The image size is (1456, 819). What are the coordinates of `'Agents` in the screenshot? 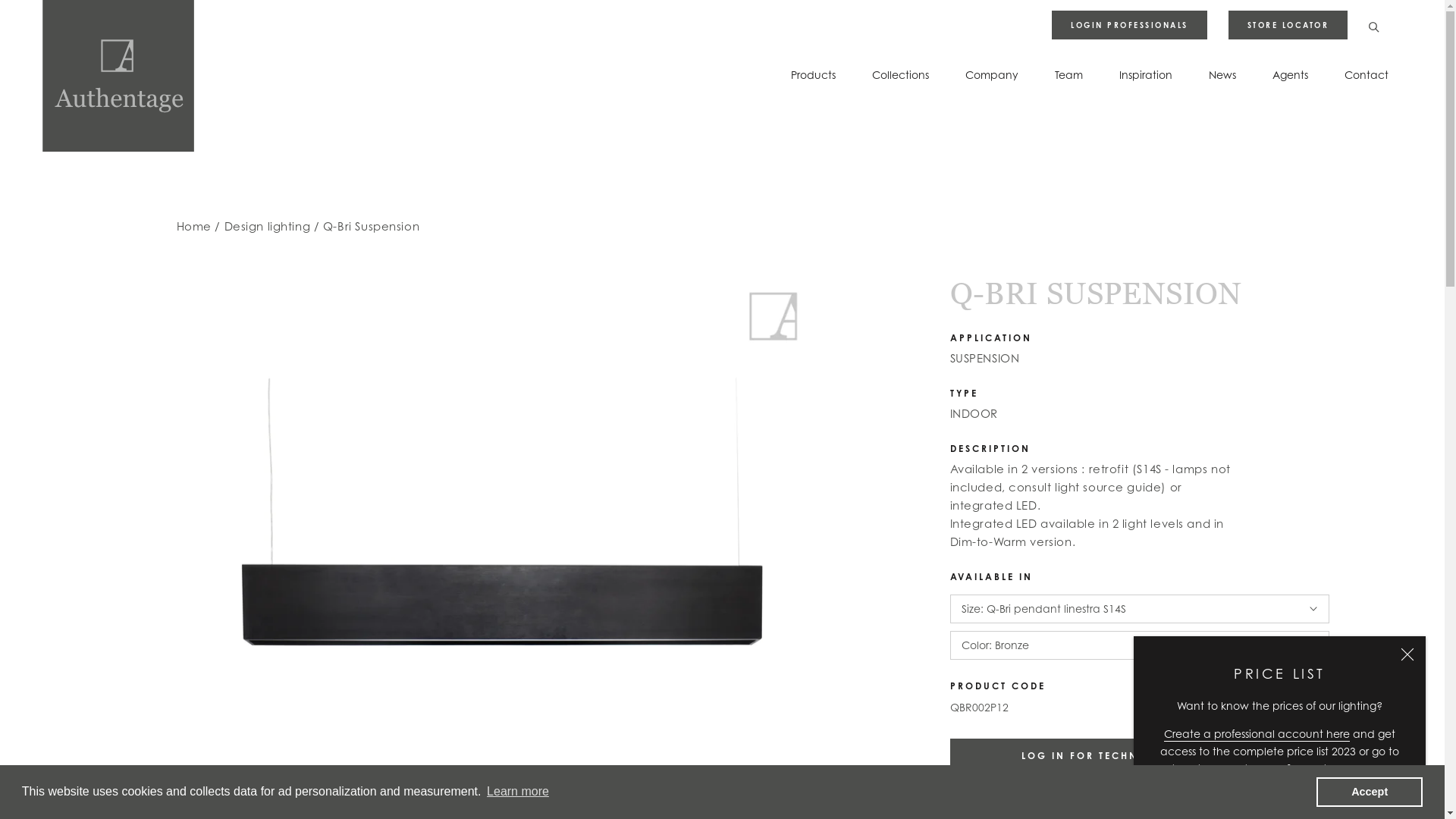 It's located at (1272, 74).